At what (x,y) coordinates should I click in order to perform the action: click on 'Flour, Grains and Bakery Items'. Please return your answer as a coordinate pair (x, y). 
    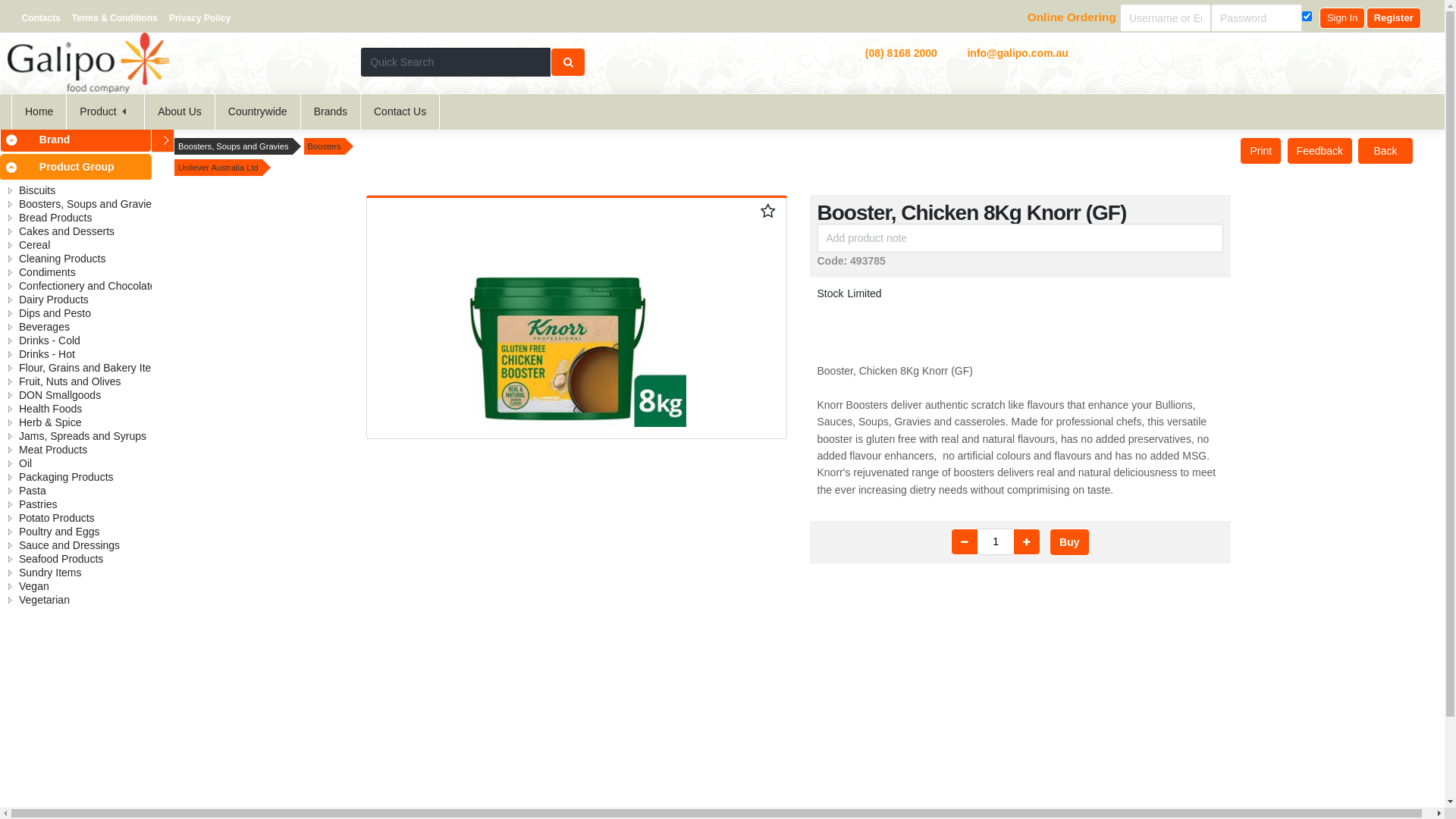
    Looking at the image, I should click on (17, 368).